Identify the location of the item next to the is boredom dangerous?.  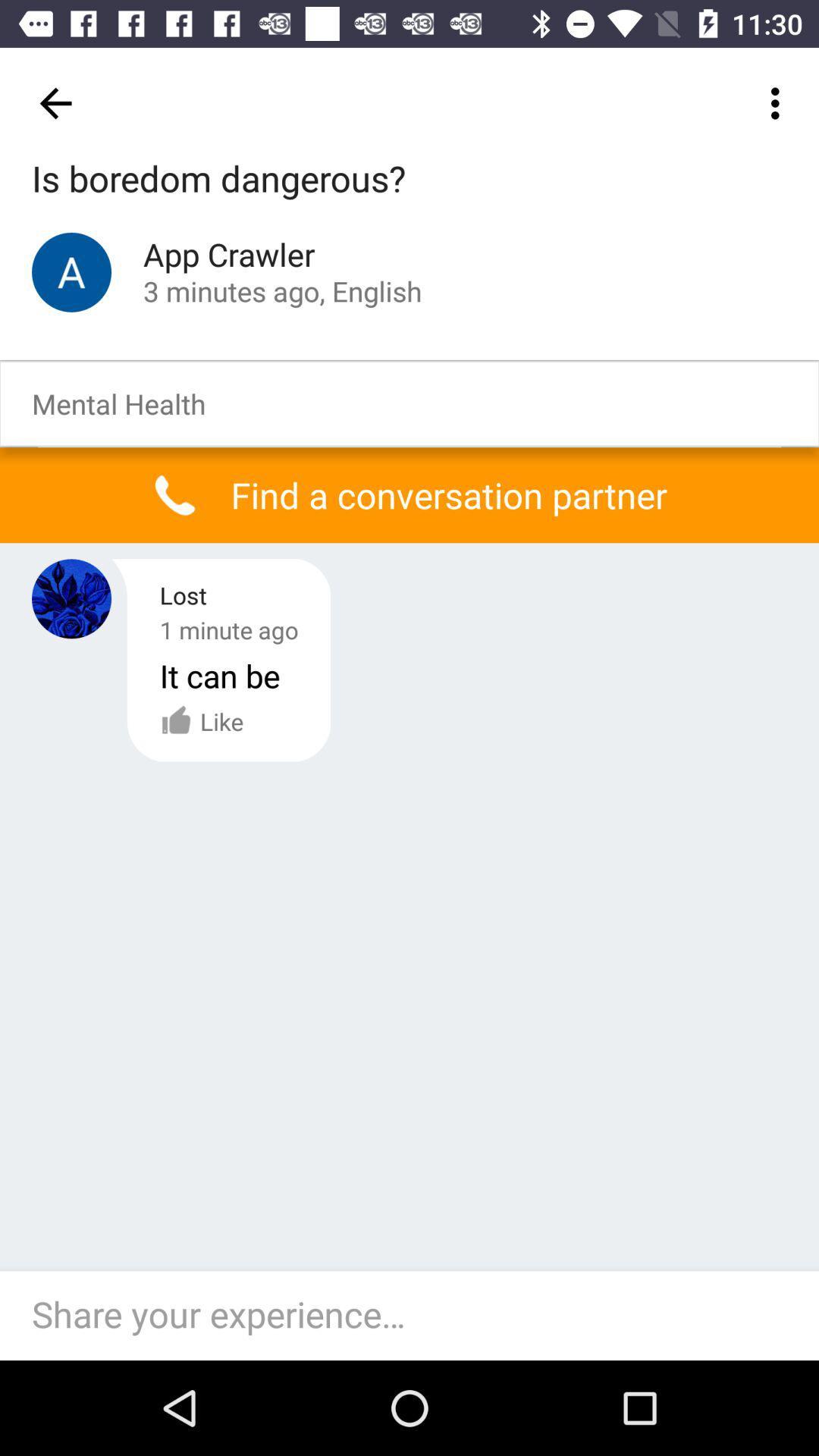
(779, 102).